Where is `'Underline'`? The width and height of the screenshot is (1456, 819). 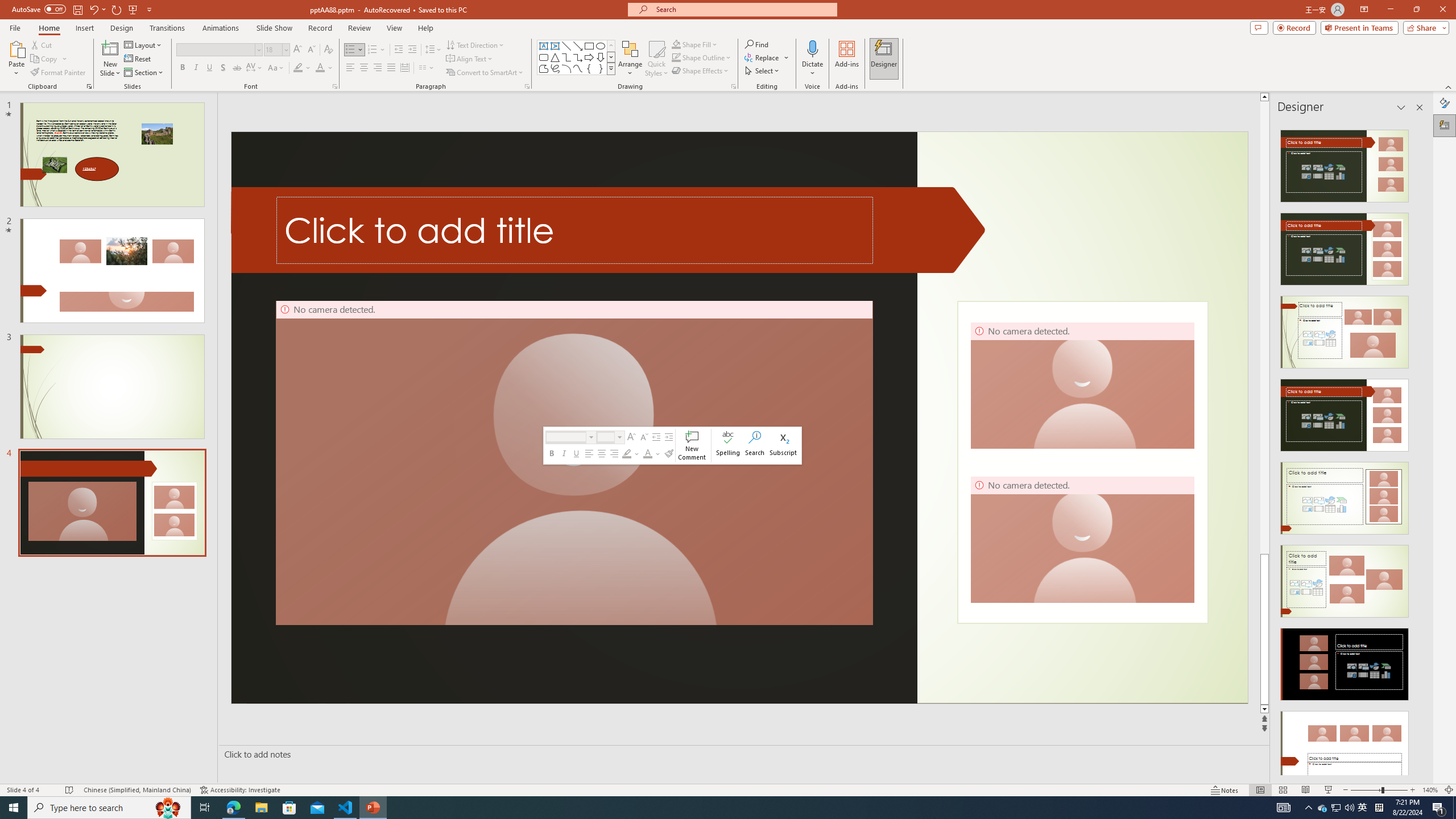 'Underline' is located at coordinates (209, 67).